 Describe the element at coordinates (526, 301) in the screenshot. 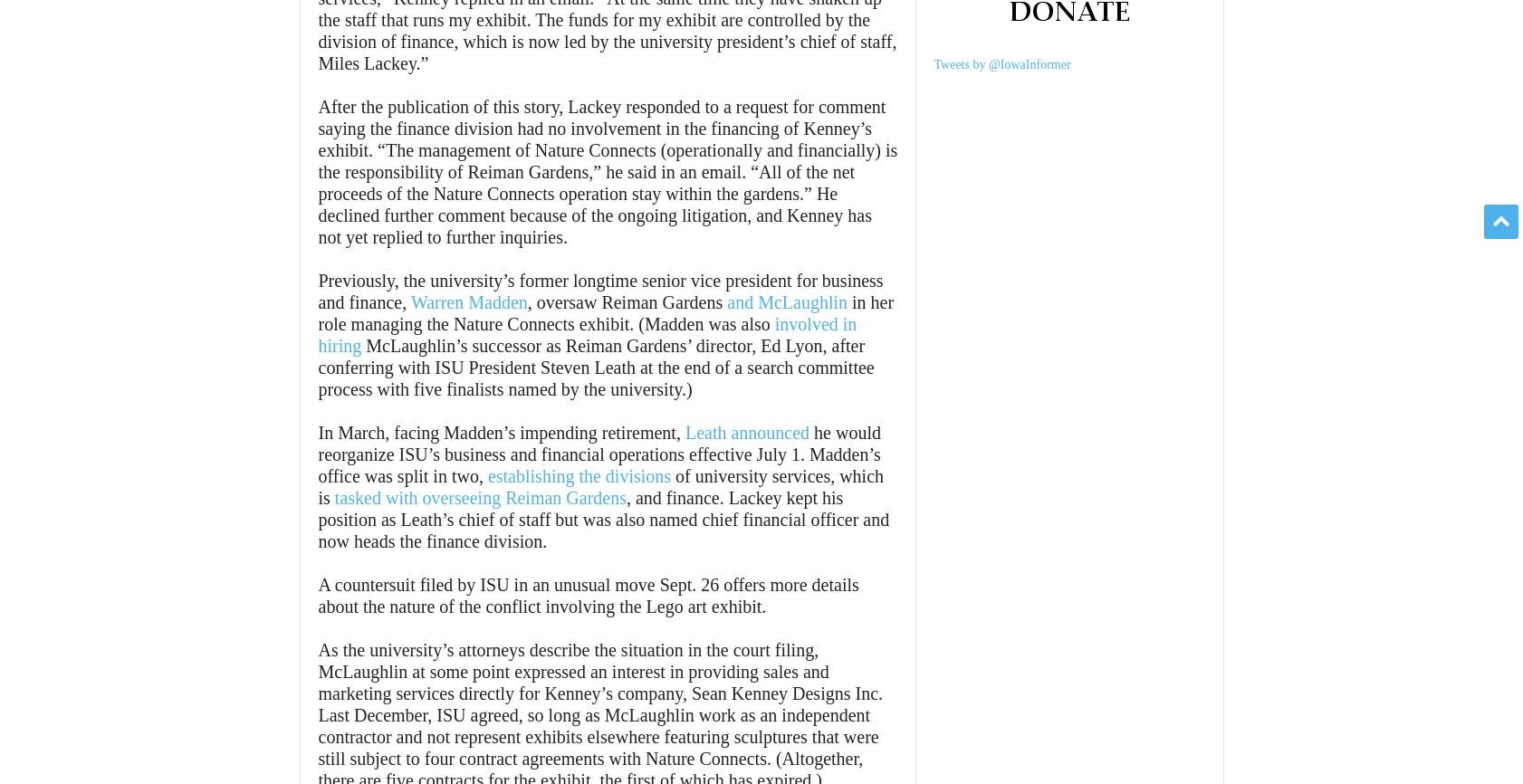

I see `', oversaw Reiman Gardens'` at that location.